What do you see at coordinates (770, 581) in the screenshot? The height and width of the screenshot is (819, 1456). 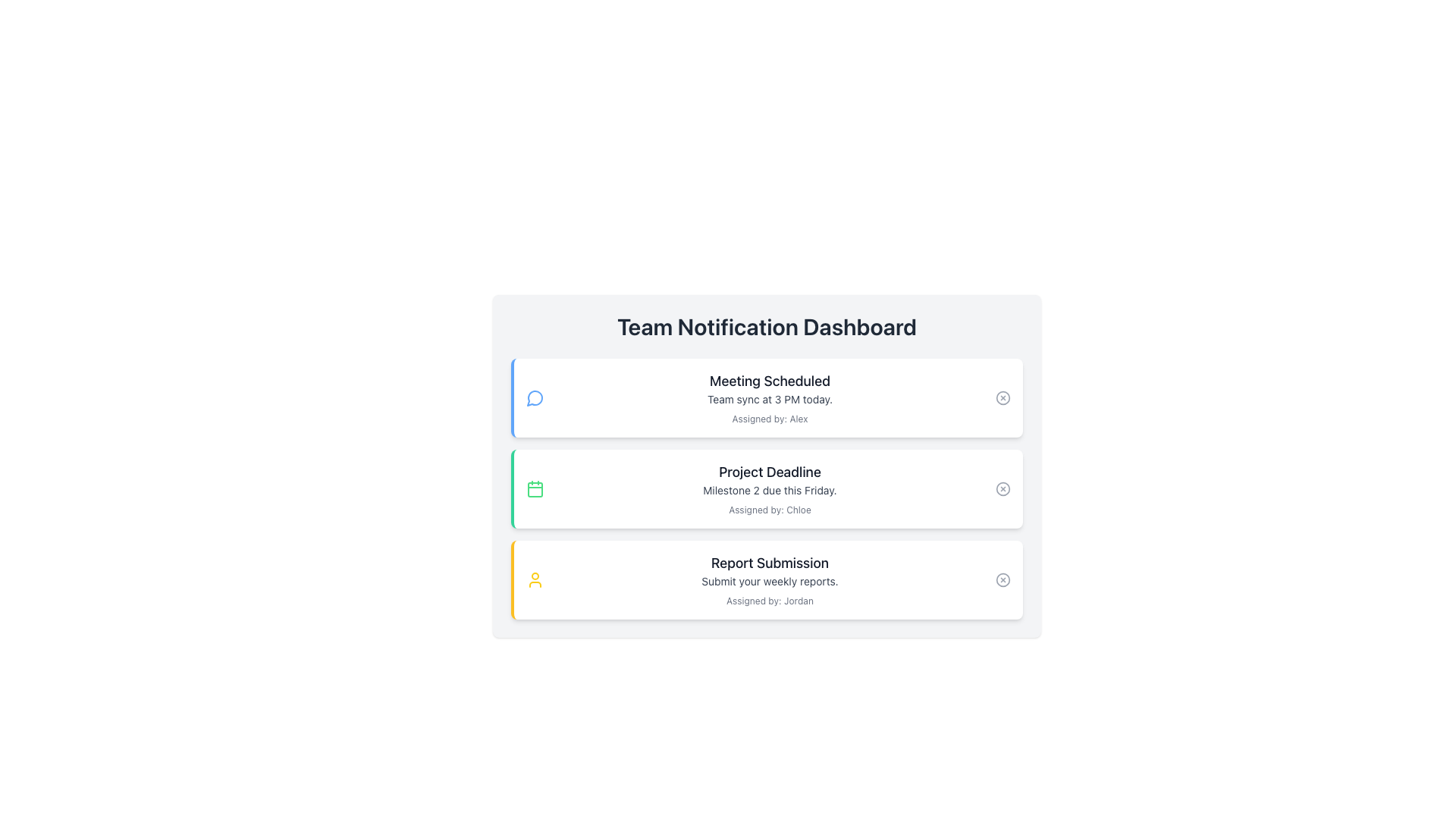 I see `the text snippet that reads 'Submit your weekly reports.' for accessibility purposes` at bounding box center [770, 581].